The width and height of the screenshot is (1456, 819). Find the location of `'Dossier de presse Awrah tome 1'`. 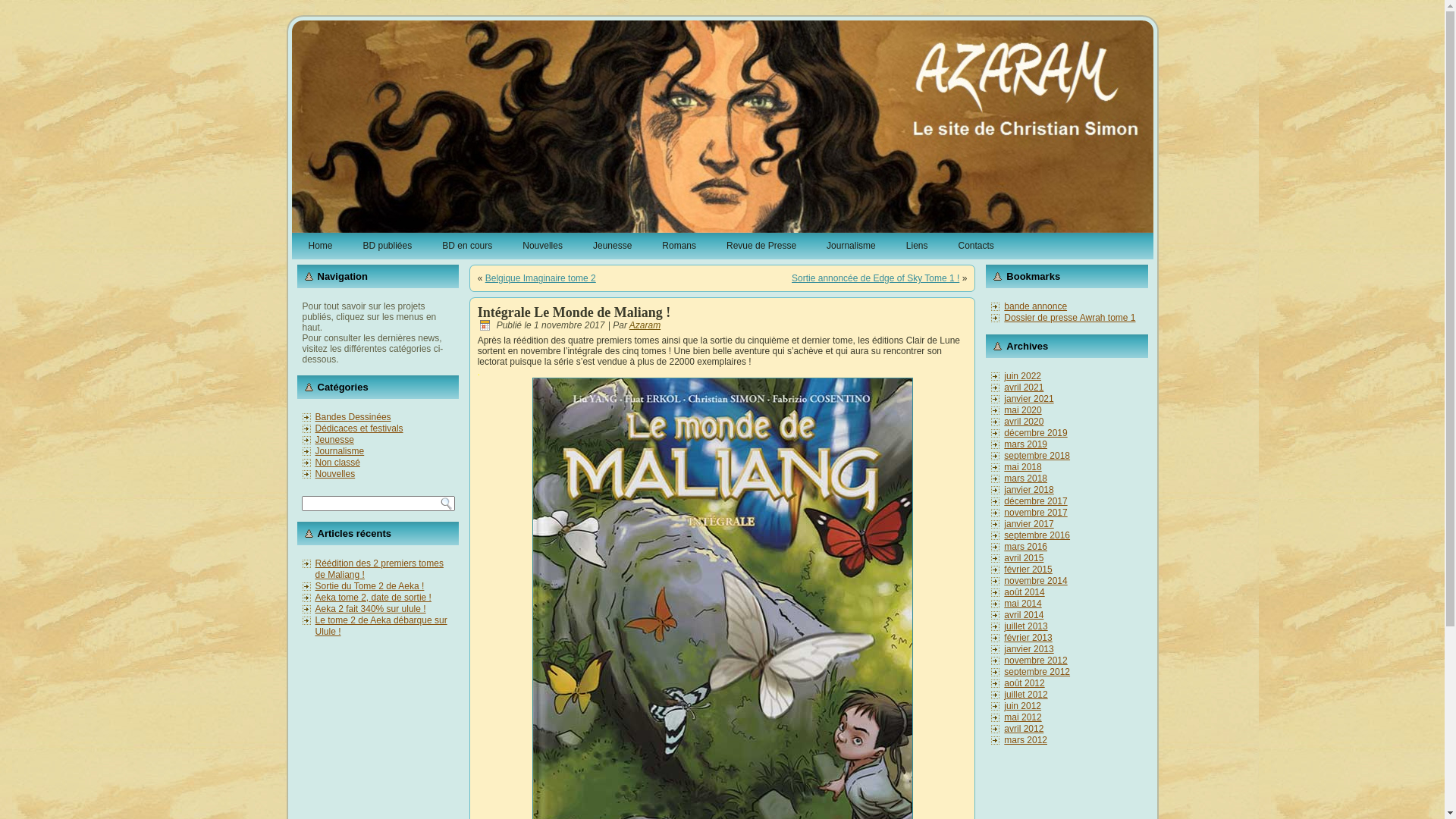

'Dossier de presse Awrah tome 1' is located at coordinates (1068, 317).